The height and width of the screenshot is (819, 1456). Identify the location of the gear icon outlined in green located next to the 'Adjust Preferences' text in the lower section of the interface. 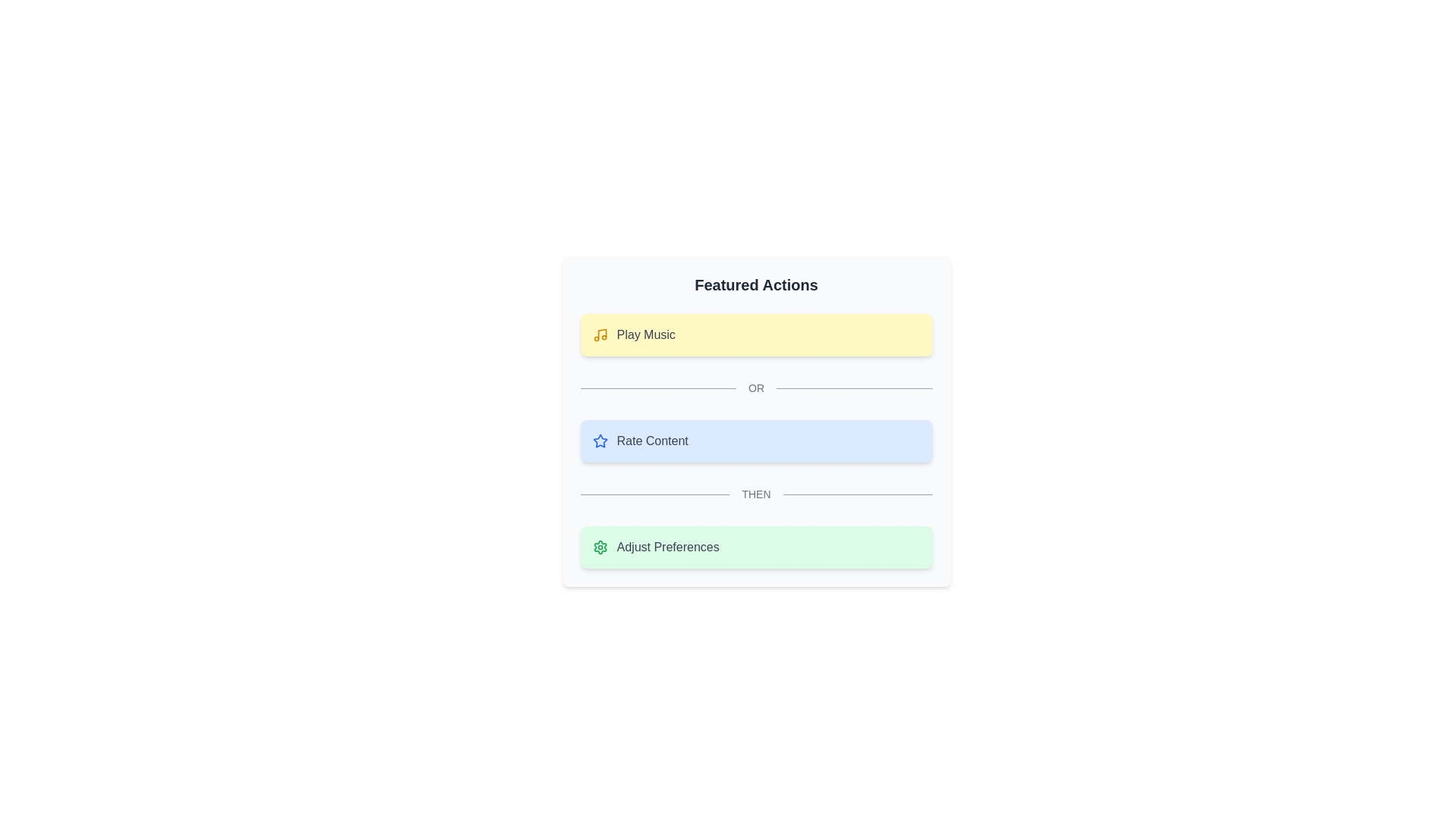
(599, 547).